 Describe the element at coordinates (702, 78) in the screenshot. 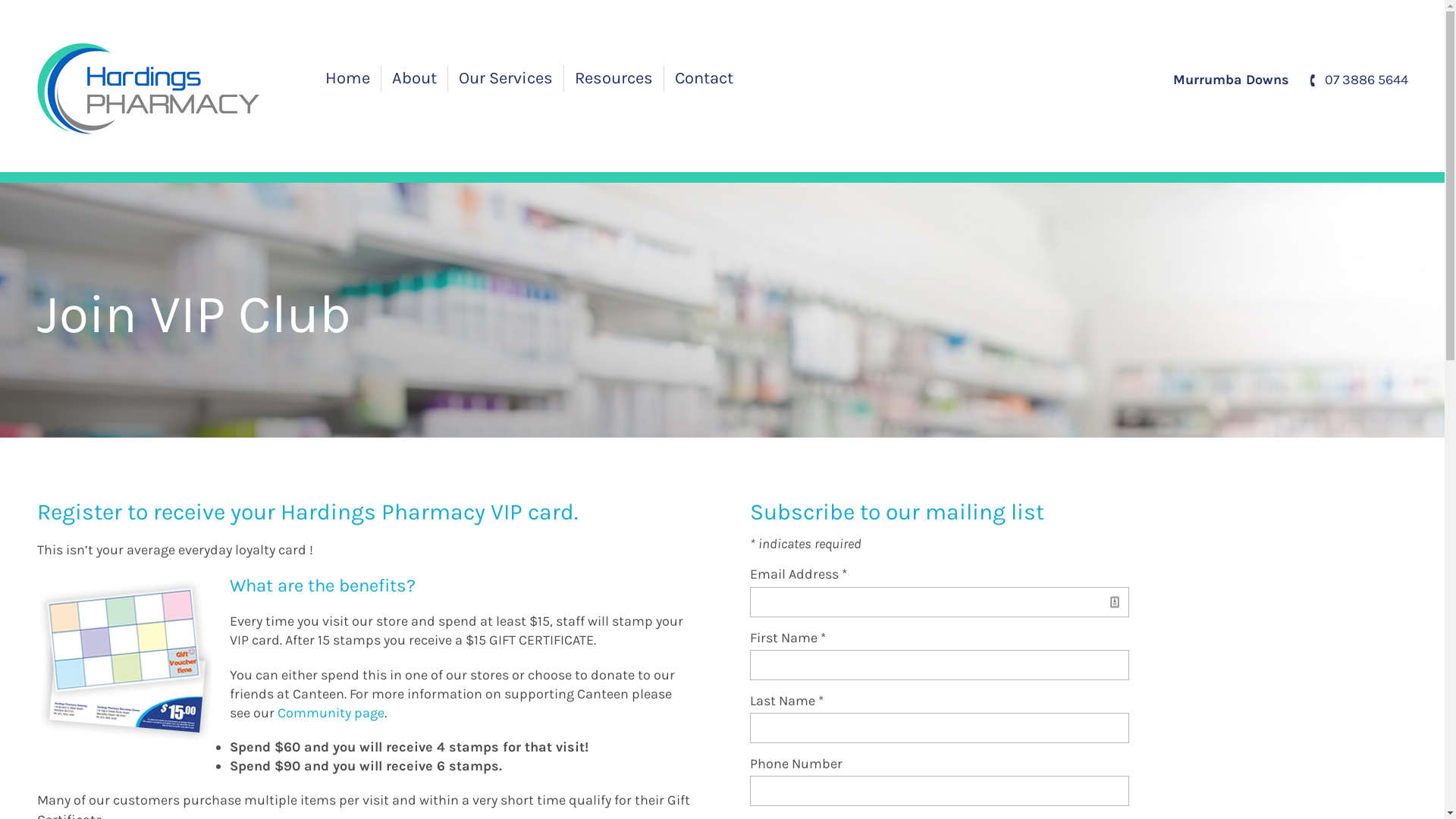

I see `'Contact'` at that location.